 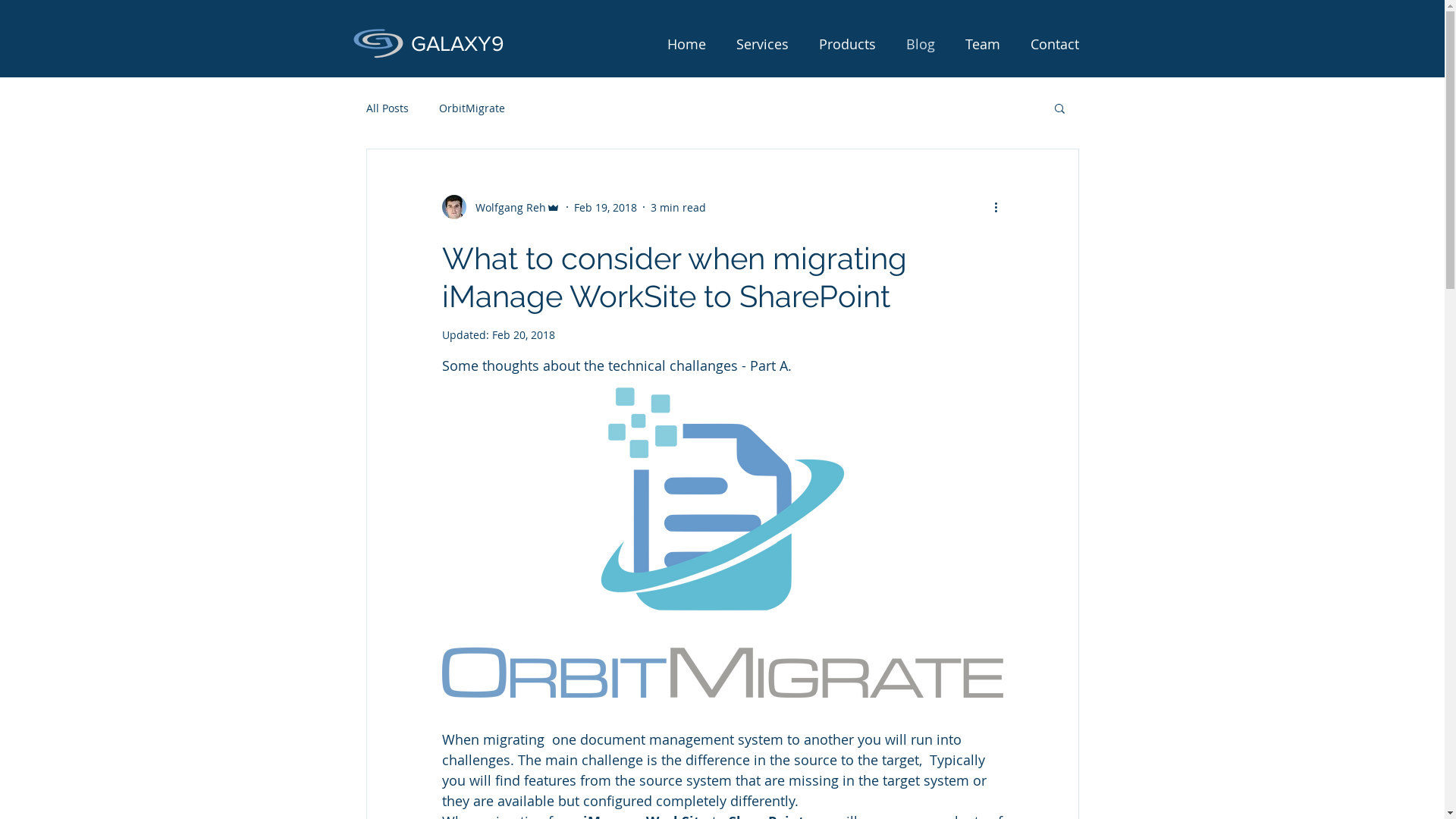 What do you see at coordinates (457, 42) in the screenshot?
I see `'GALAXY9'` at bounding box center [457, 42].